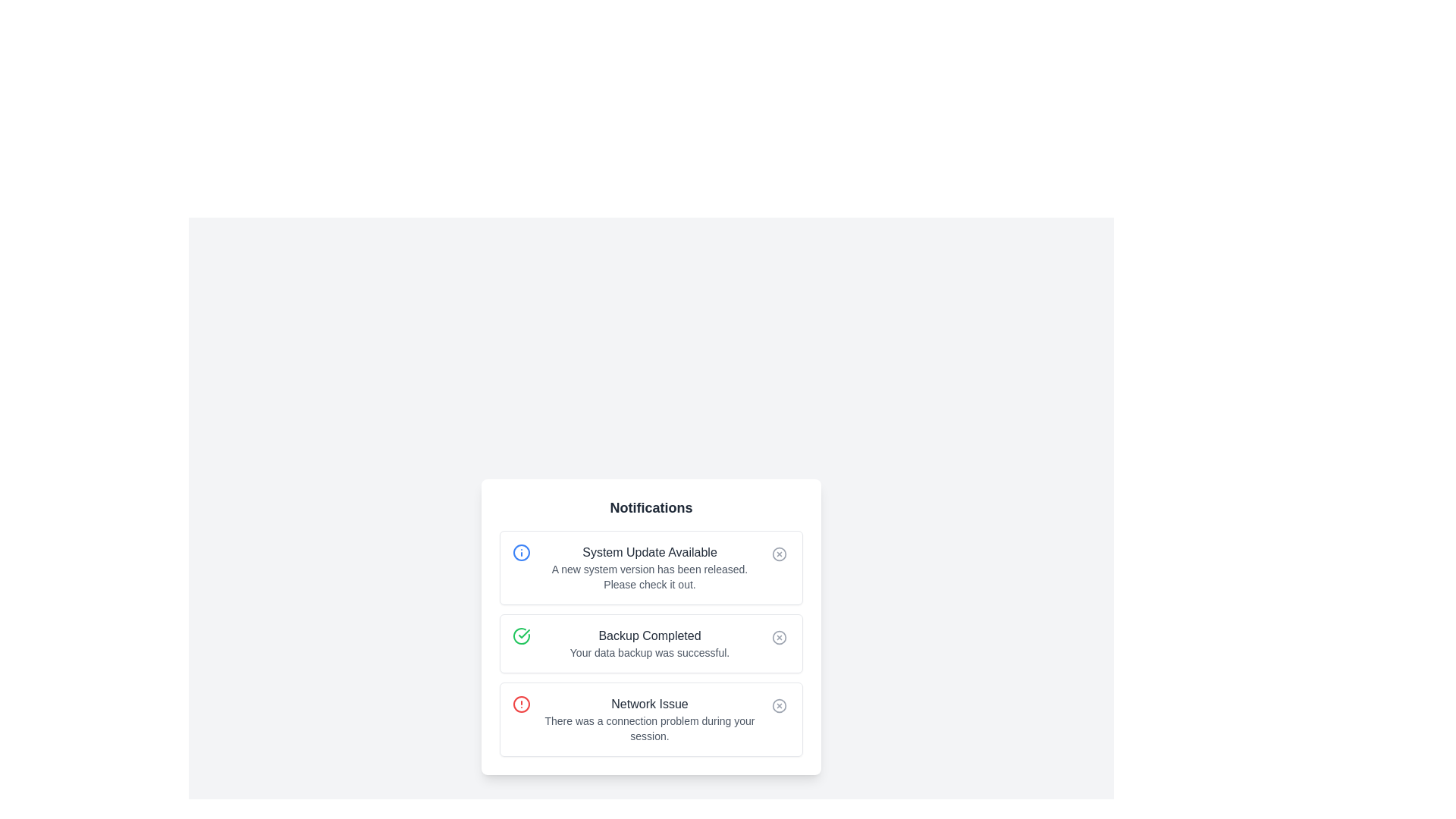  What do you see at coordinates (521, 553) in the screenshot?
I see `the SVG Circle element within the notifications panel that indicates an information icon for the 'System Update Available' notification` at bounding box center [521, 553].